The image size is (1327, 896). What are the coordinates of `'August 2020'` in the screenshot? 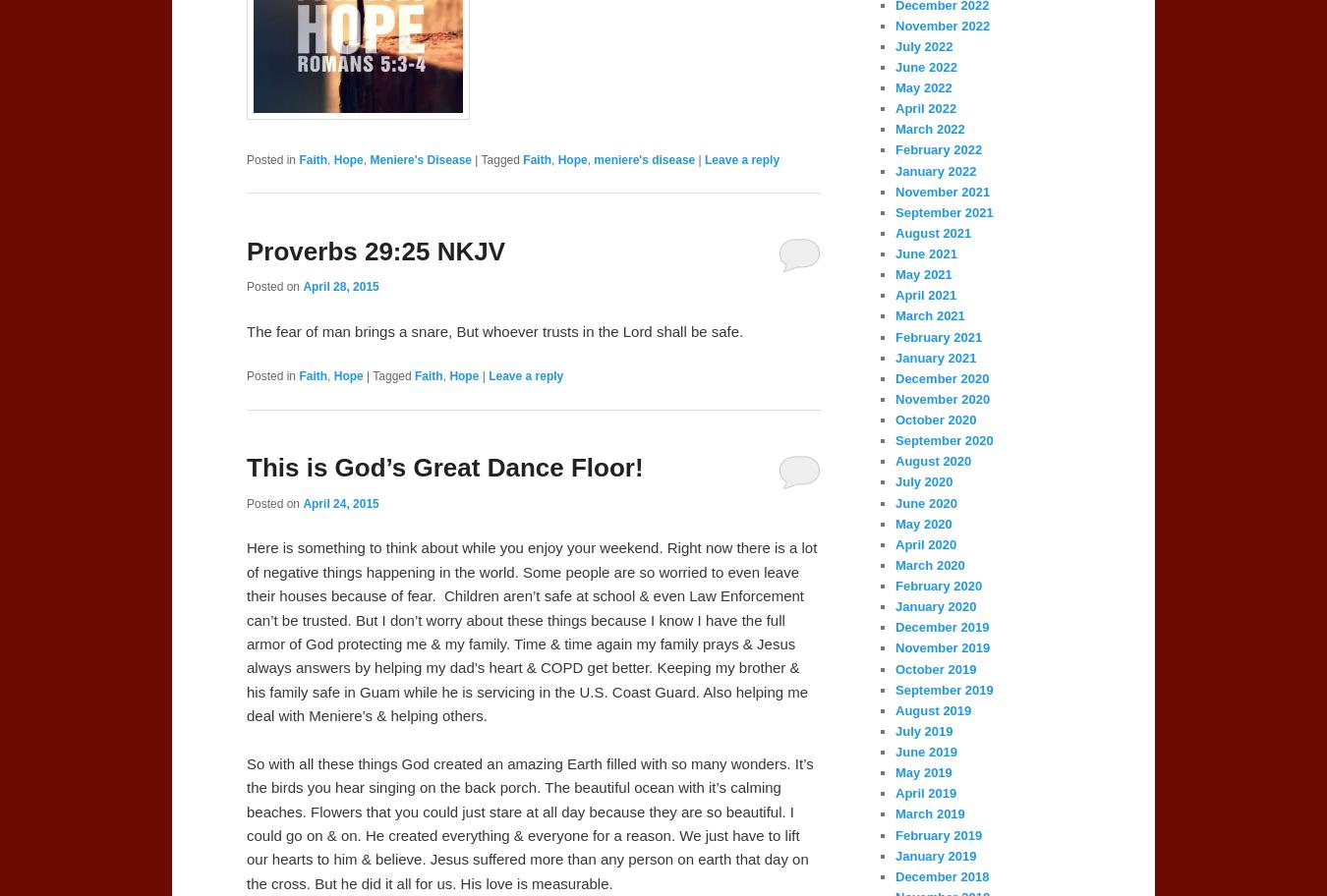 It's located at (894, 461).